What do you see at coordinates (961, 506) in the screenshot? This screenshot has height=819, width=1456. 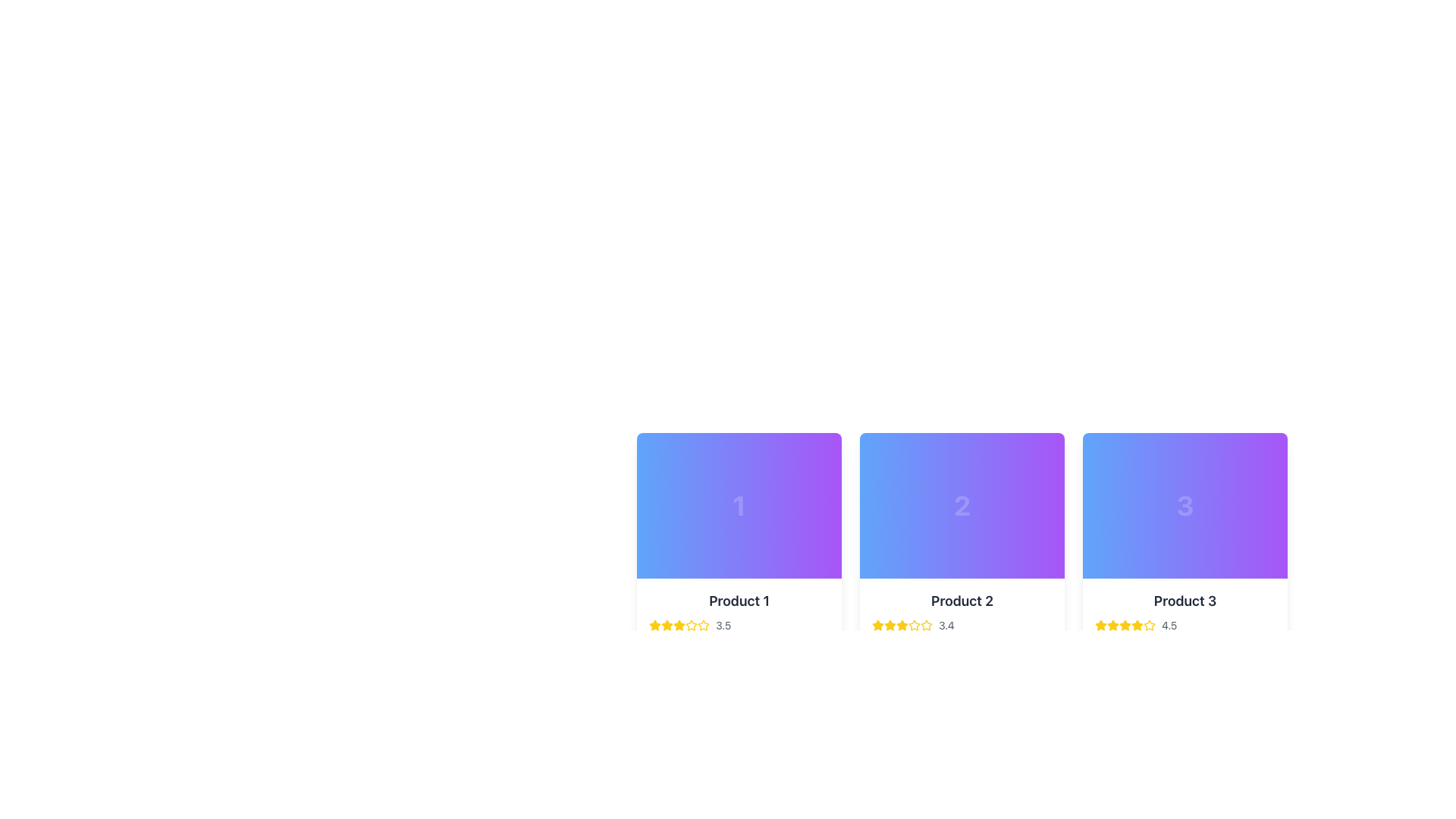 I see `the decorative panel serving as a product identifier located above 'Product 2' in the central section of the layout` at bounding box center [961, 506].